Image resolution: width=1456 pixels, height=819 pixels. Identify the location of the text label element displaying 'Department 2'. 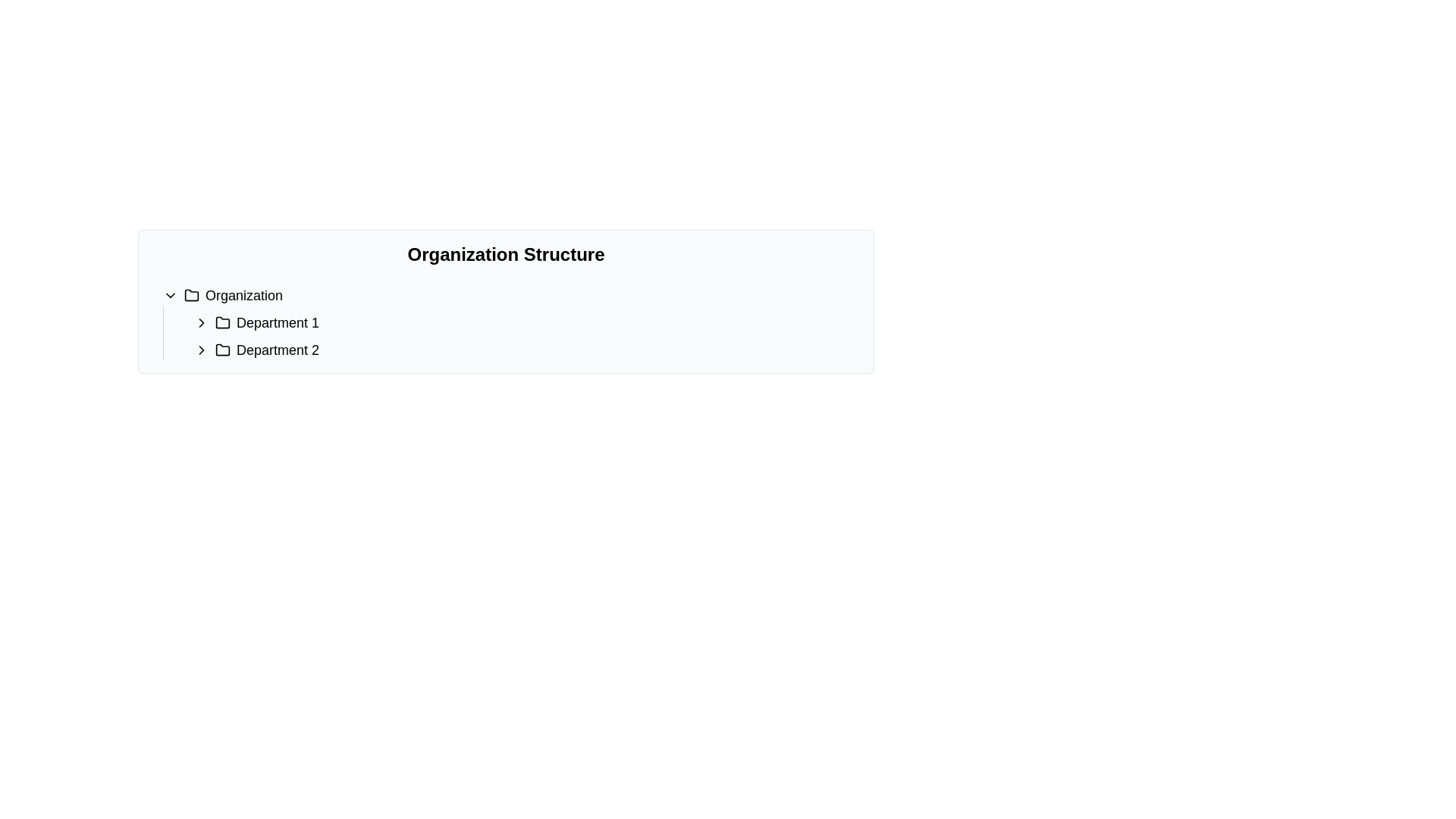
(278, 350).